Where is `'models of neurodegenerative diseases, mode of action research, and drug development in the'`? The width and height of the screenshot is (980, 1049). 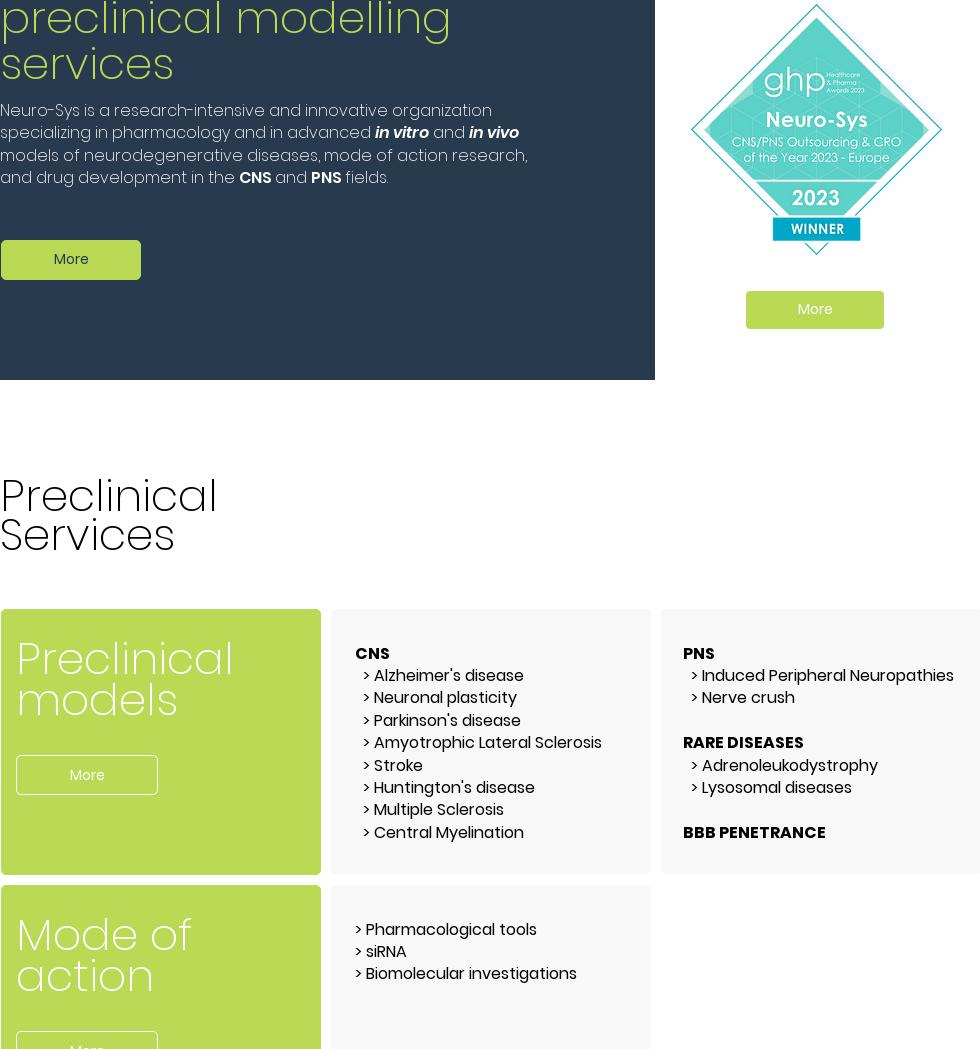
'models of neurodegenerative diseases, mode of action research, and drug development in the' is located at coordinates (263, 164).